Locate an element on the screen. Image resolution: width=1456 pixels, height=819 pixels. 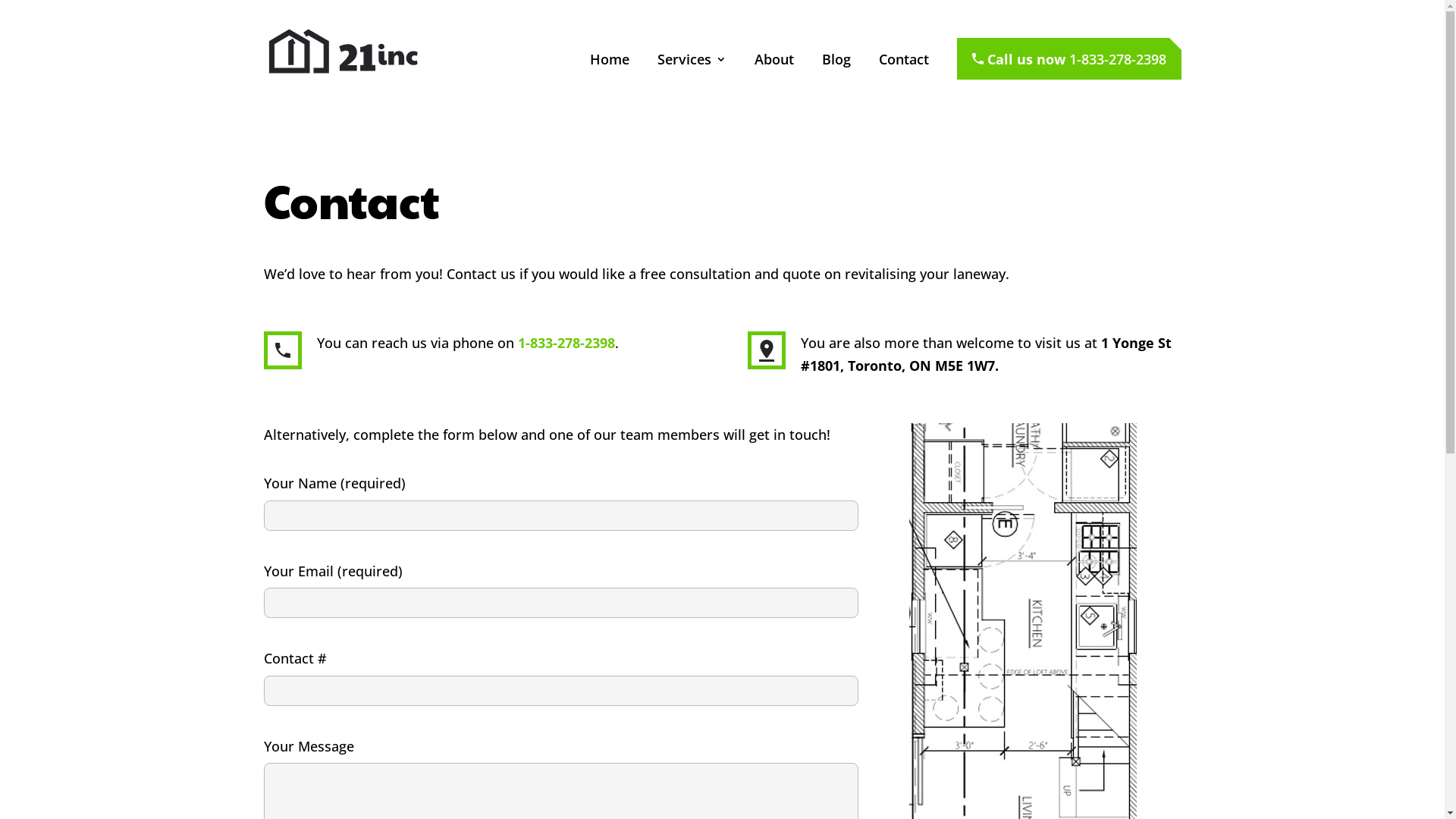
'1-833-278-2398' is located at coordinates (564, 342).